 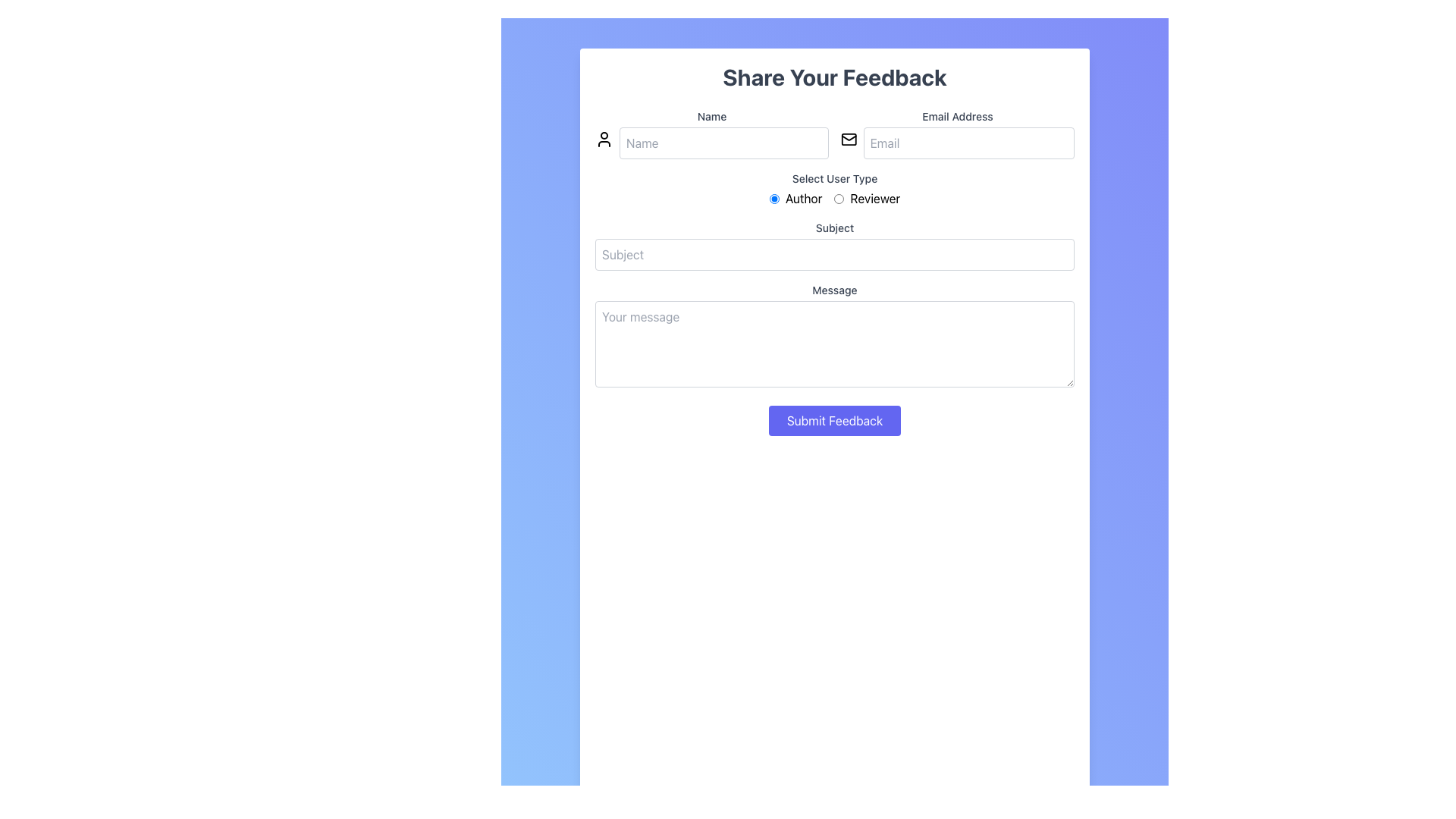 I want to click on the 'Submit Feedback' button, which is styled with a bright blue background and rounded corners, so click(x=833, y=420).